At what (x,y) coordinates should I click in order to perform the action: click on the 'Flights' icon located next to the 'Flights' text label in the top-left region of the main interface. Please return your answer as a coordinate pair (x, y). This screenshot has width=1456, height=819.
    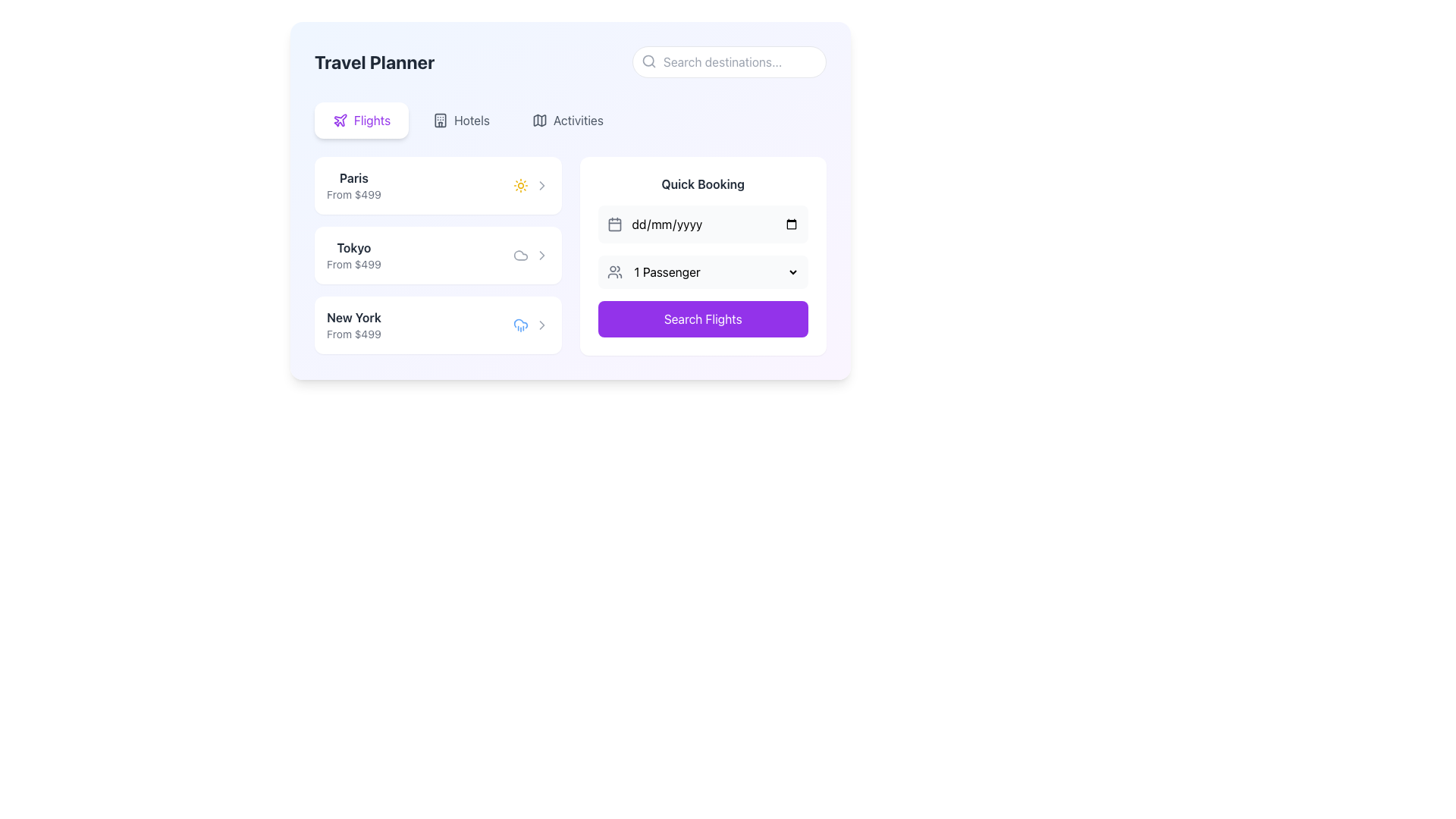
    Looking at the image, I should click on (340, 119).